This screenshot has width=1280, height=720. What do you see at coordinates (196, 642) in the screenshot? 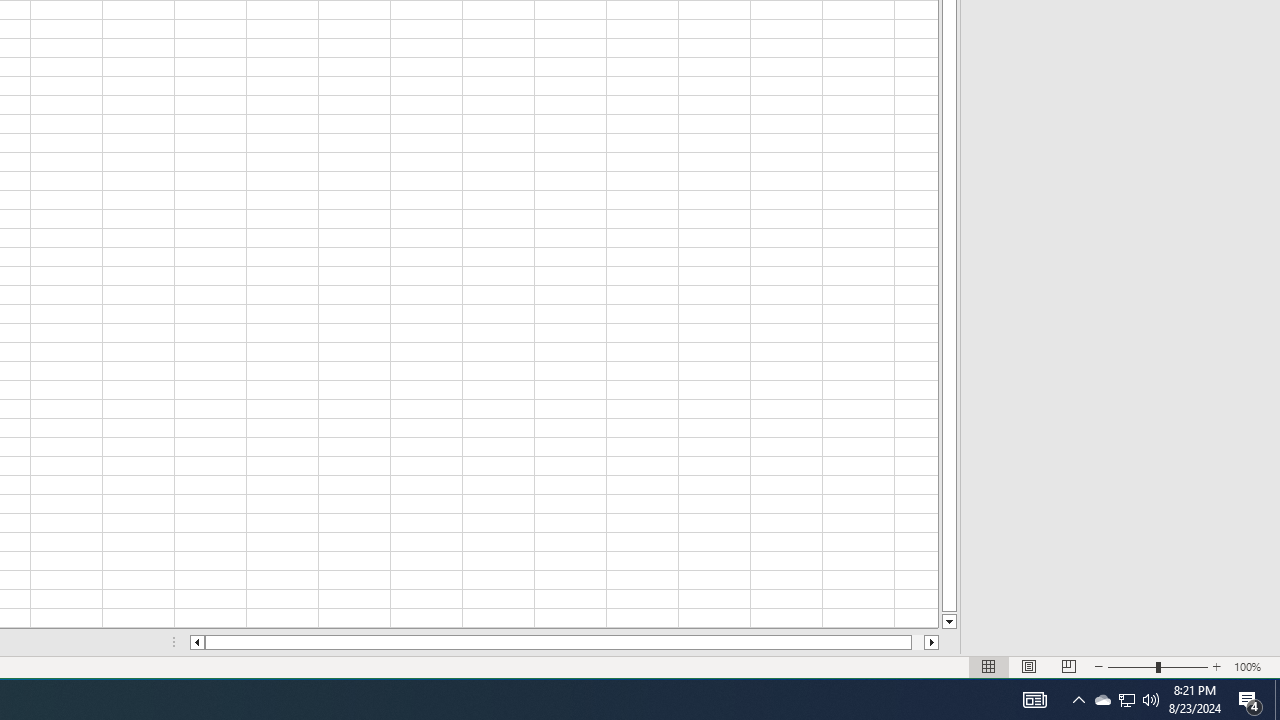
I see `'Column left'` at bounding box center [196, 642].